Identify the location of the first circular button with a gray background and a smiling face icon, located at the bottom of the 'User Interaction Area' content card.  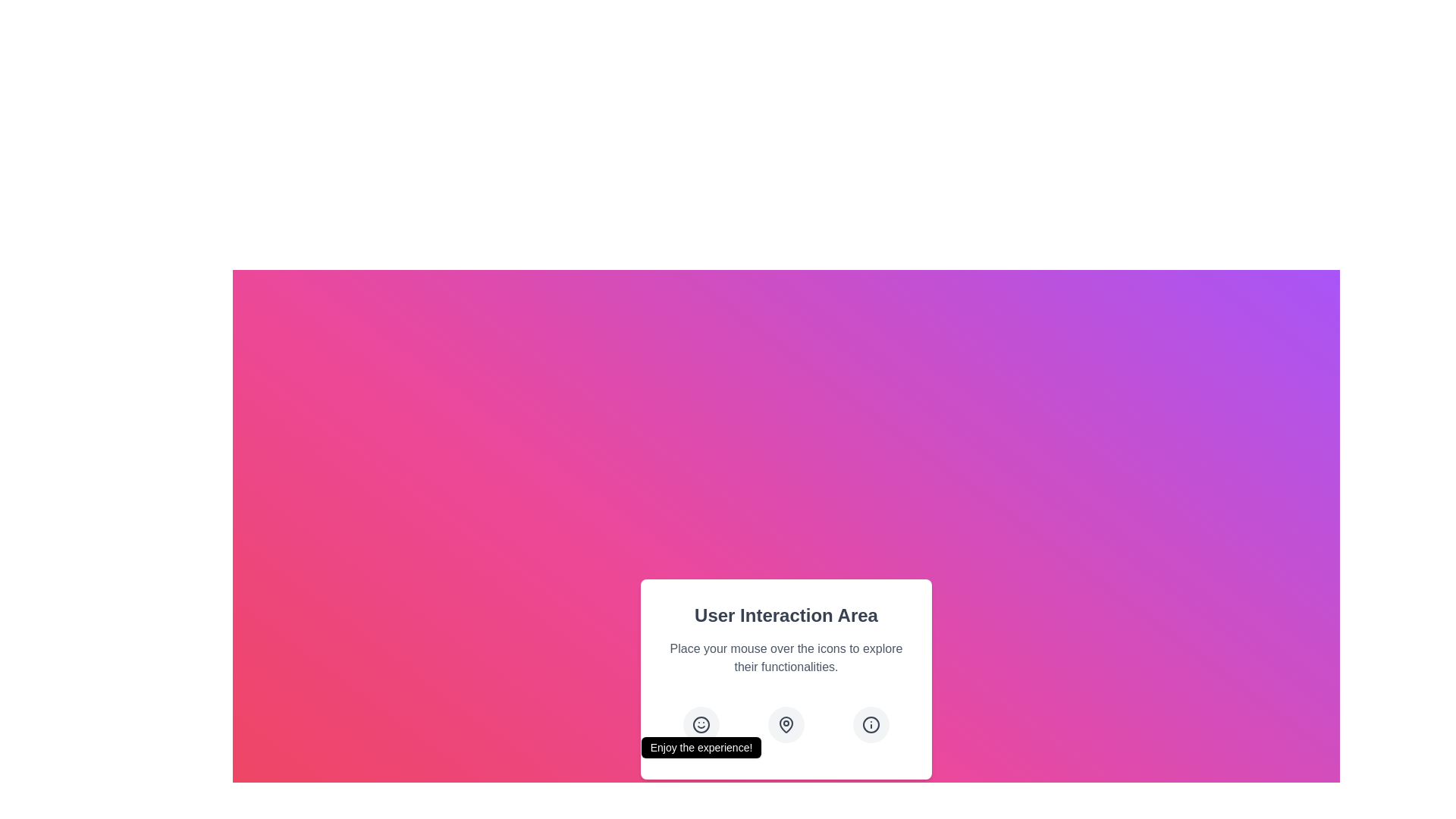
(701, 724).